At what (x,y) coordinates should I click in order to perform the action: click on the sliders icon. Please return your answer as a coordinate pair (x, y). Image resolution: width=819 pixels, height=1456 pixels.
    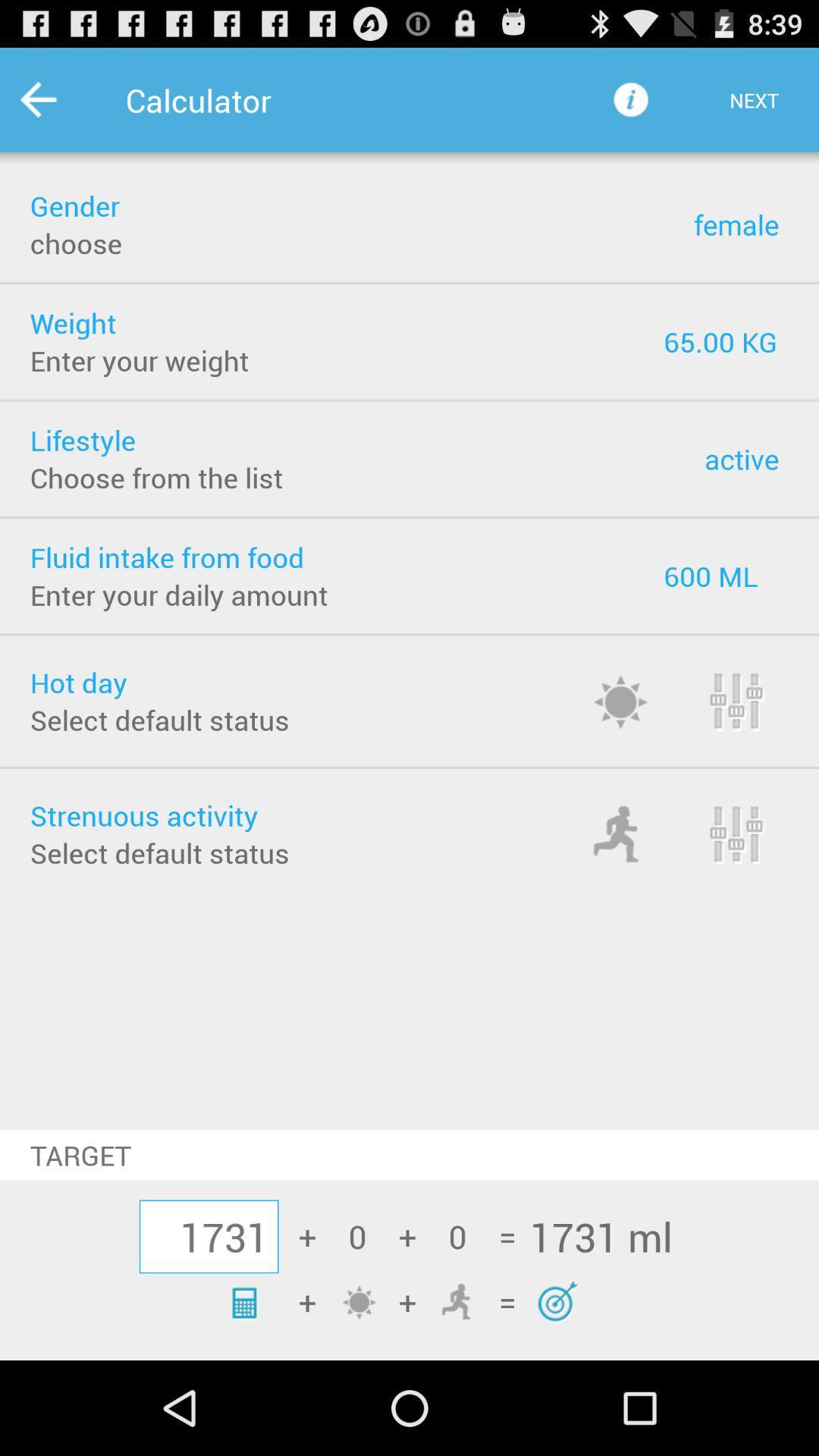
    Looking at the image, I should click on (756, 750).